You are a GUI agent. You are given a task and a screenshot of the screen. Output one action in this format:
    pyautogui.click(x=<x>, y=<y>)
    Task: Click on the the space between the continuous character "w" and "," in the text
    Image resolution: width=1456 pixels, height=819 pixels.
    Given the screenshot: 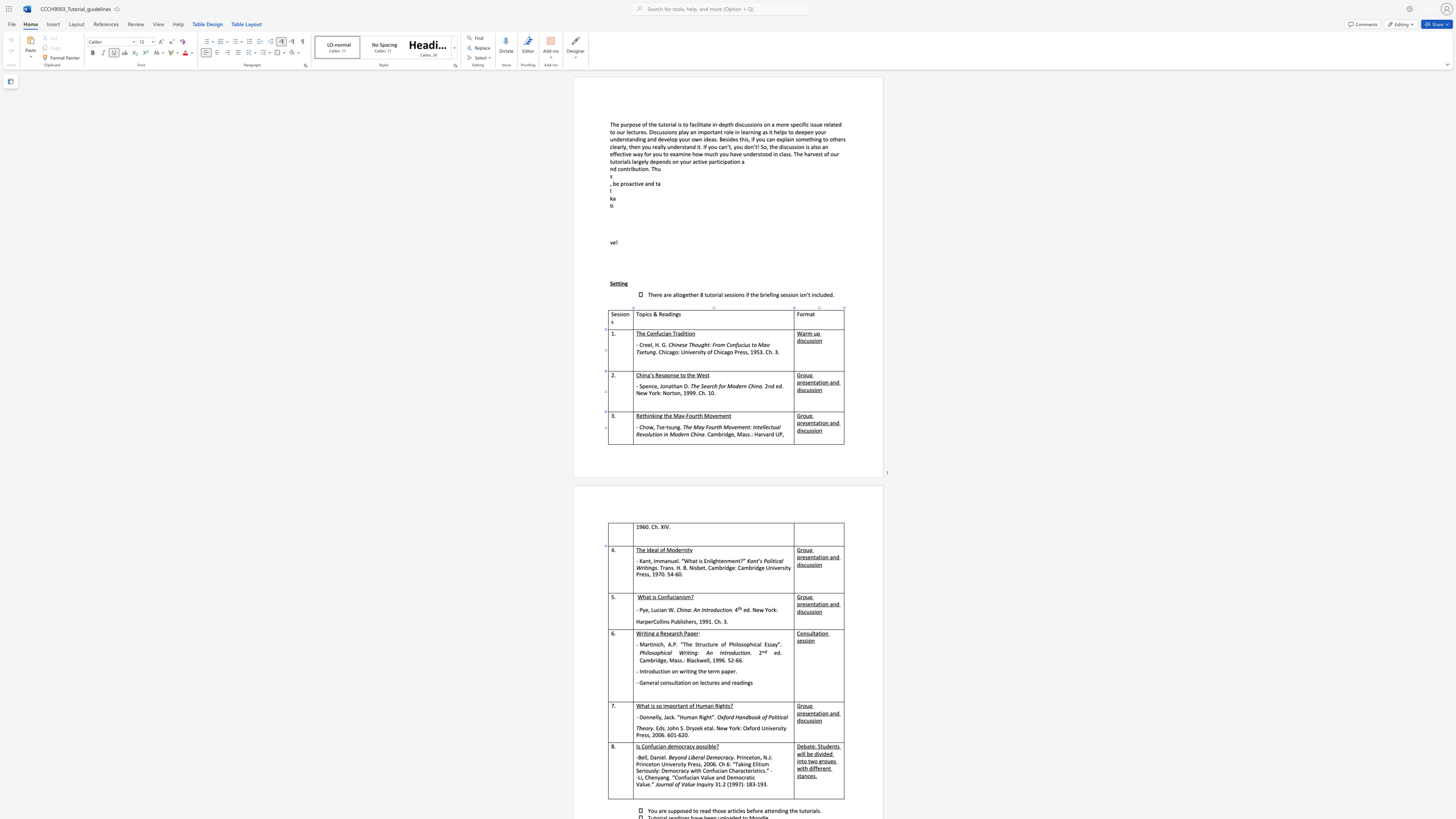 What is the action you would take?
    pyautogui.click(x=652, y=427)
    